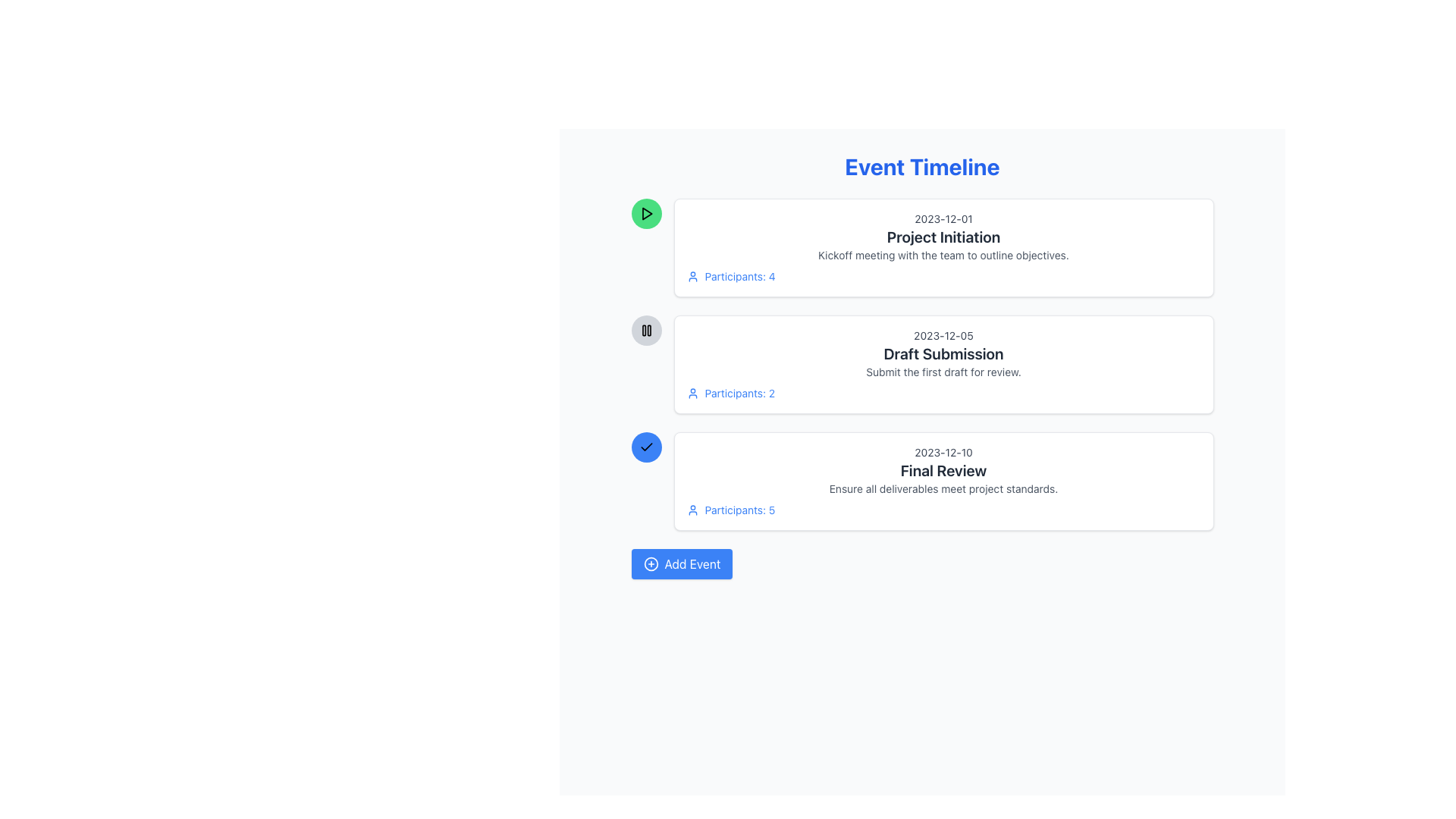  What do you see at coordinates (681, 564) in the screenshot?
I see `the button for adding a new event to the timeline, located at the bottom center of the interface` at bounding box center [681, 564].